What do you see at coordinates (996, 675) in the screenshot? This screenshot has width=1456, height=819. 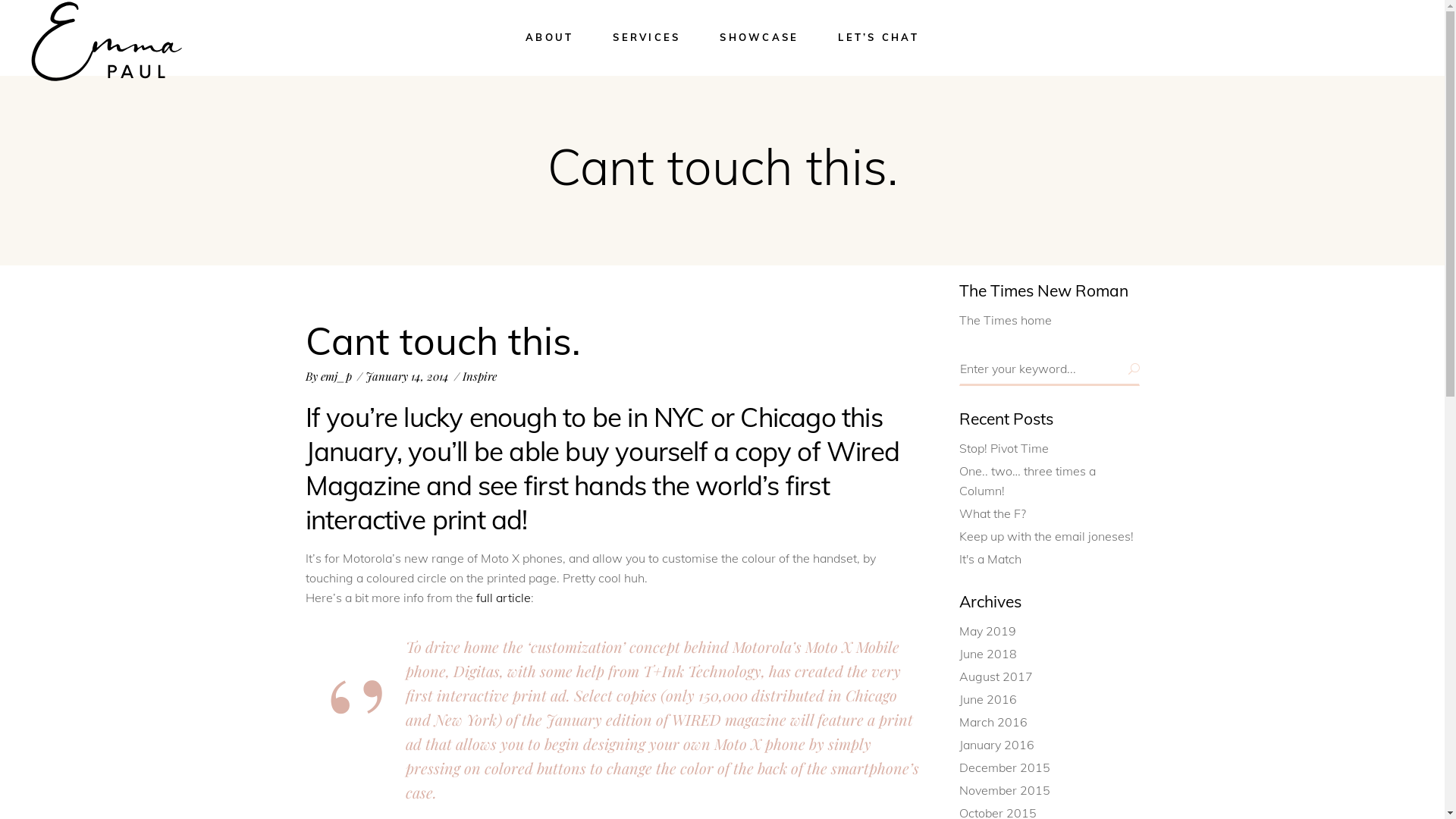 I see `'August 2017'` at bounding box center [996, 675].